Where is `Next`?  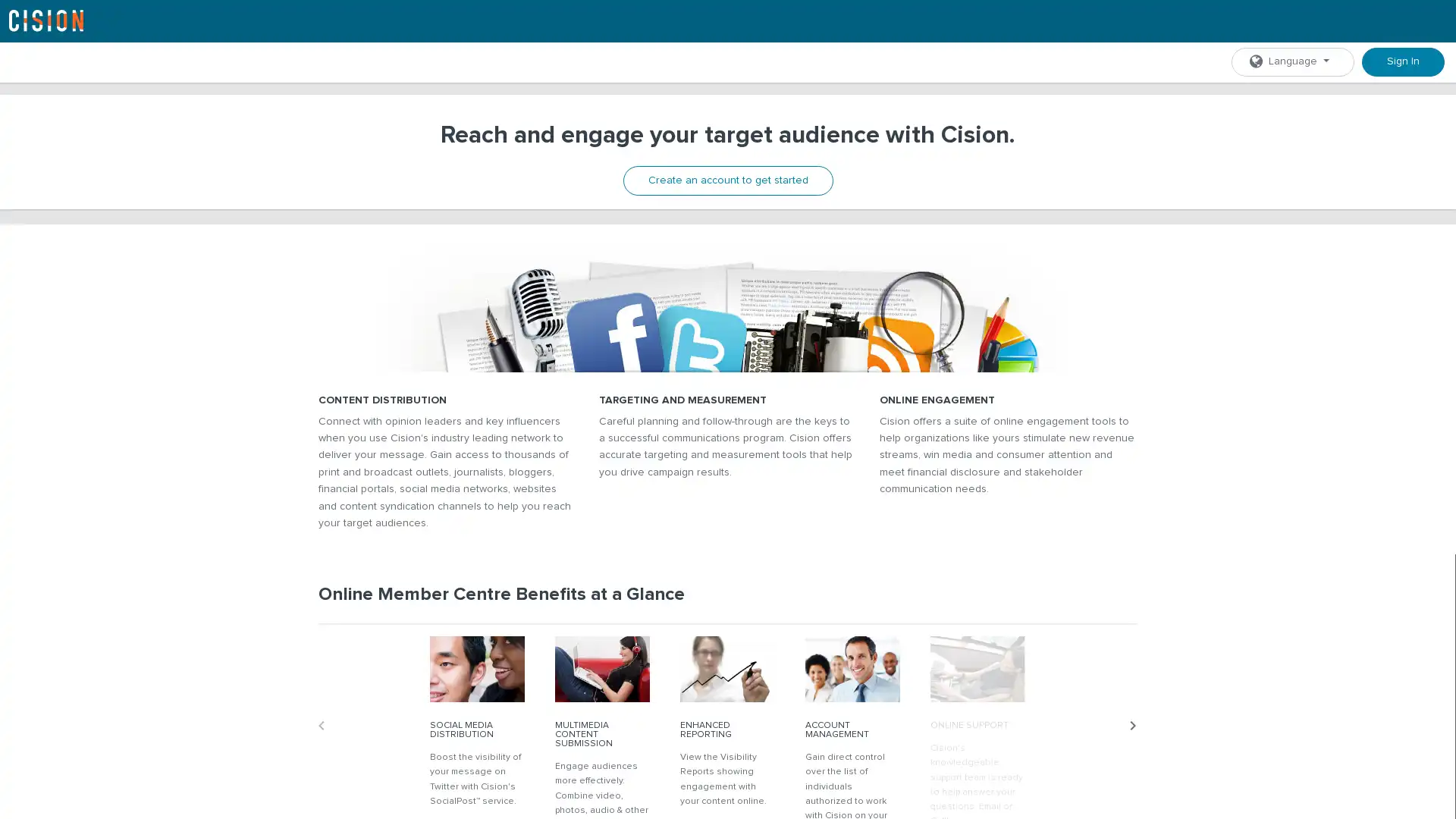 Next is located at coordinates (1136, 745).